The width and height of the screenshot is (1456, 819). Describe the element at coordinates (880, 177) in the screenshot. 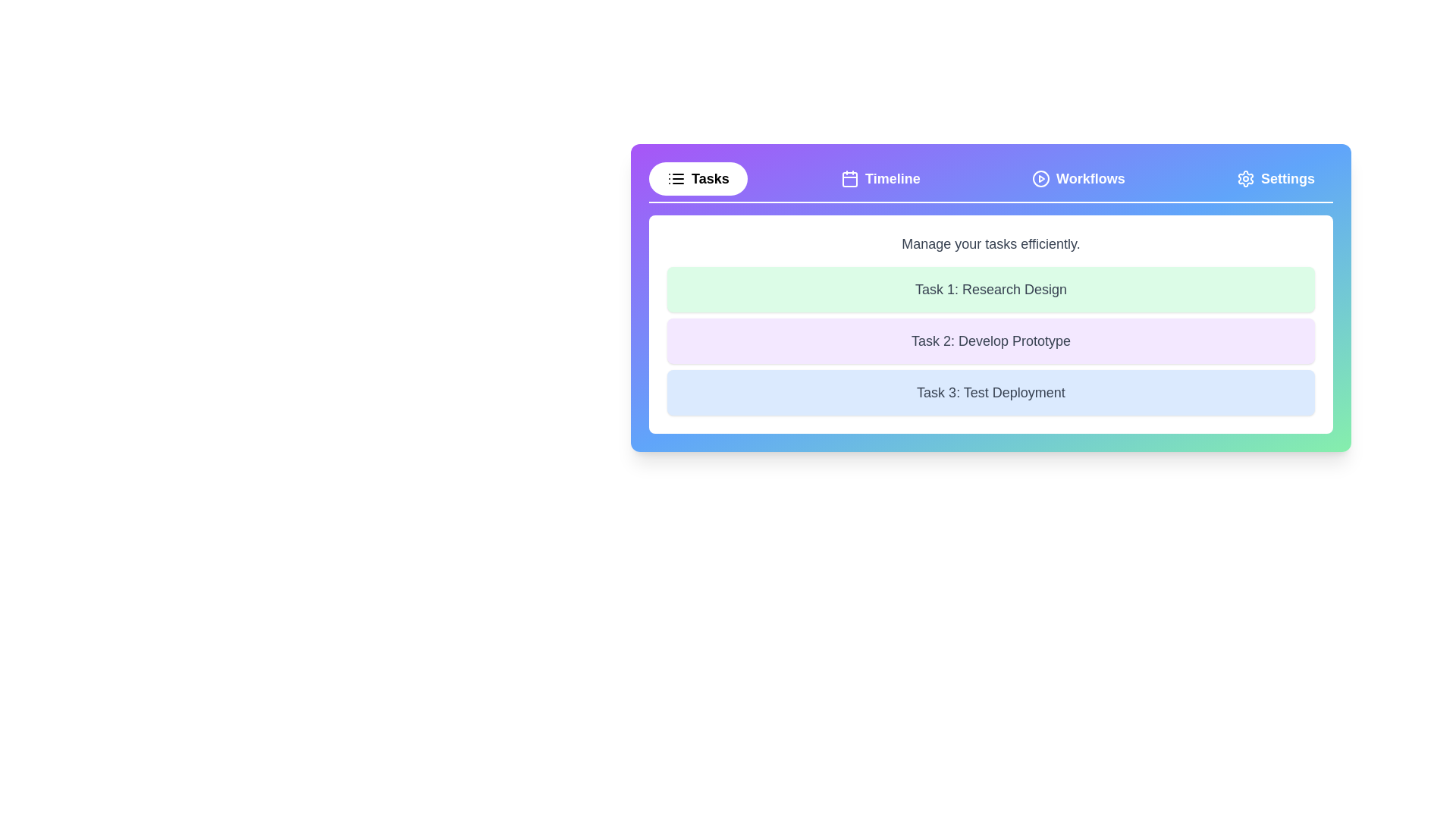

I see `the button labeled Timeline to observe its hover effect` at that location.